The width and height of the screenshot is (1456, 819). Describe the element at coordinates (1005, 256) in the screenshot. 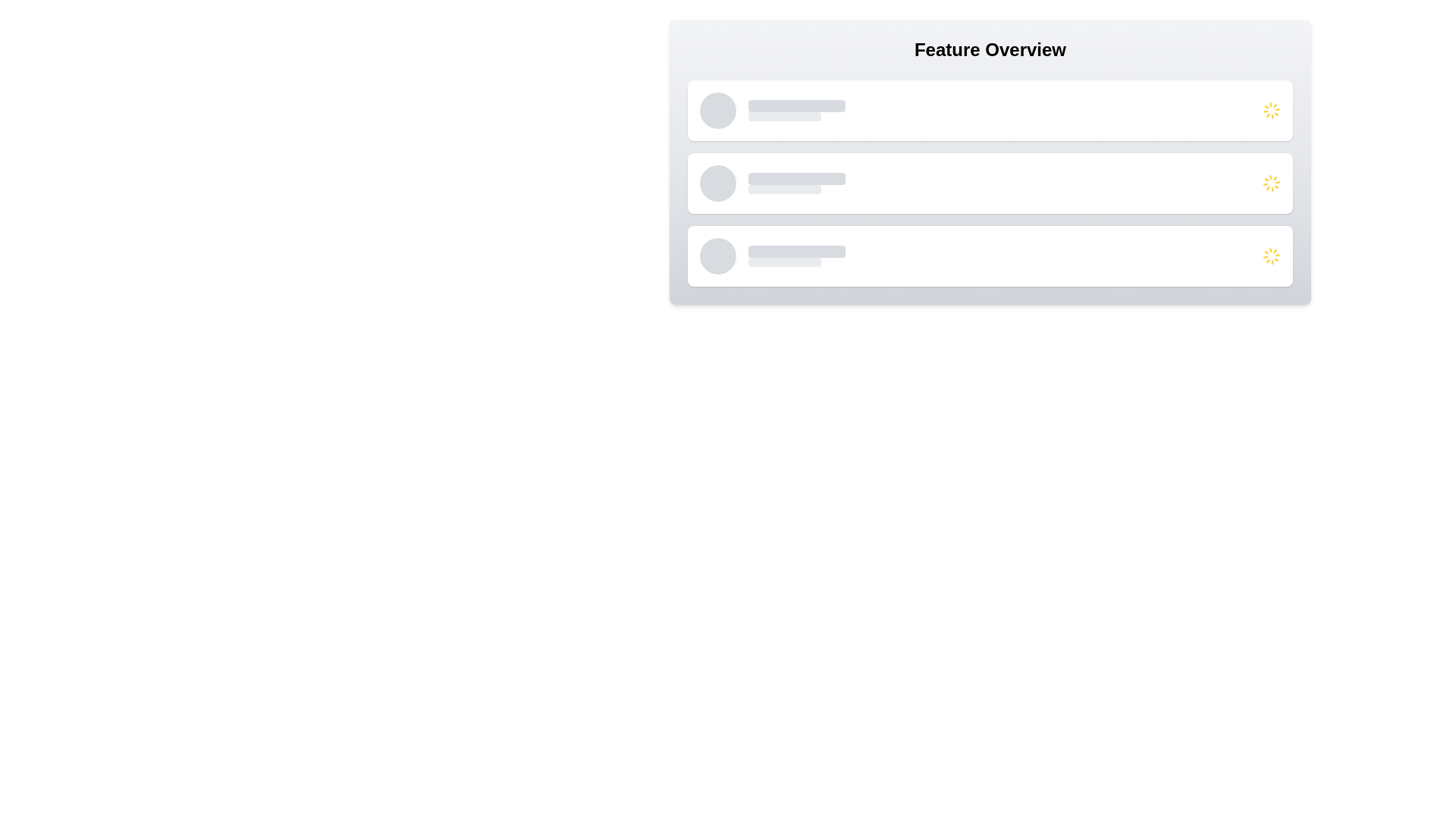

I see `the third visible item in the vertical list of outlined cards, which serves as a placeholder or loading indicator` at that location.